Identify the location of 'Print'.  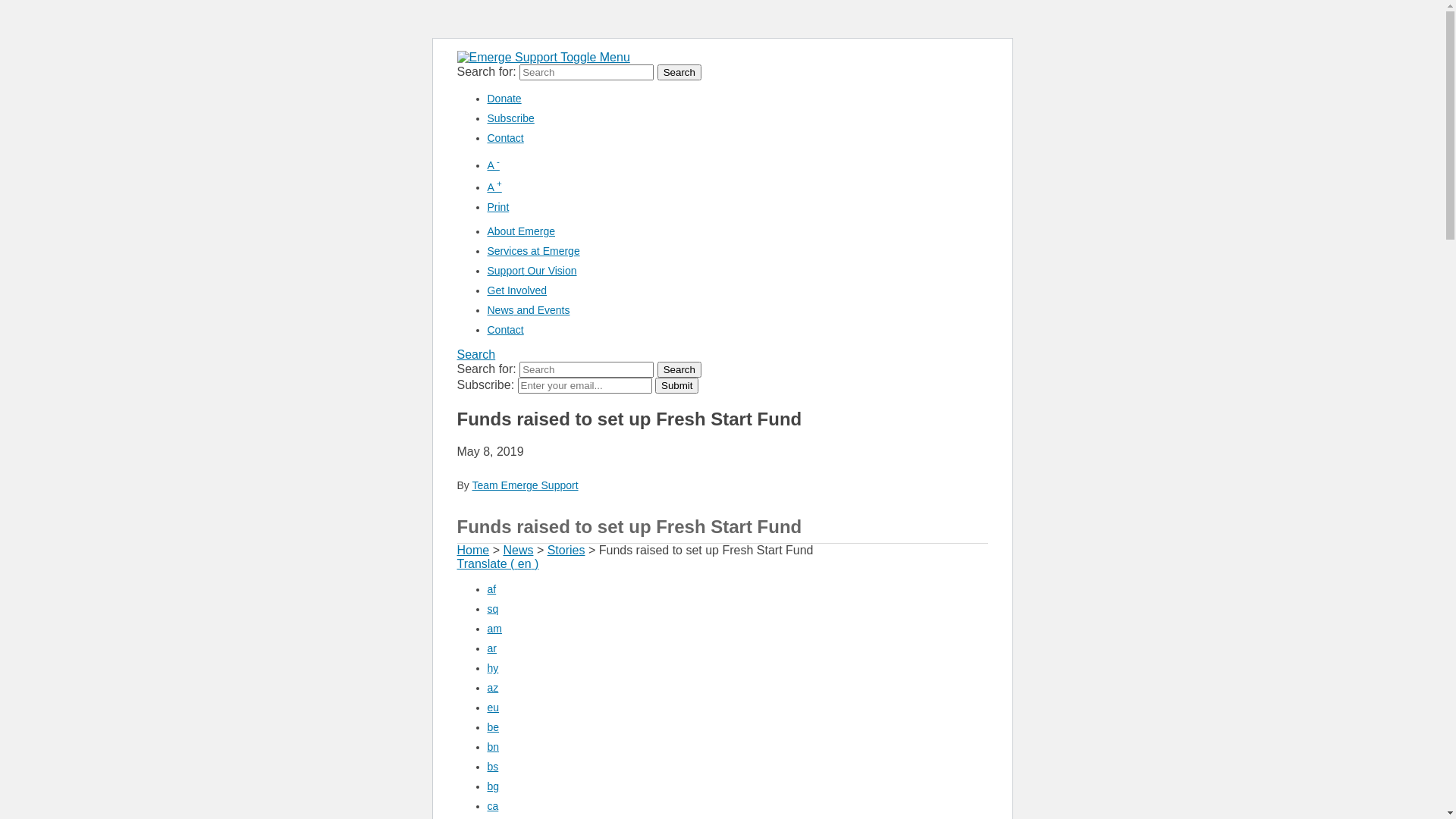
(487, 207).